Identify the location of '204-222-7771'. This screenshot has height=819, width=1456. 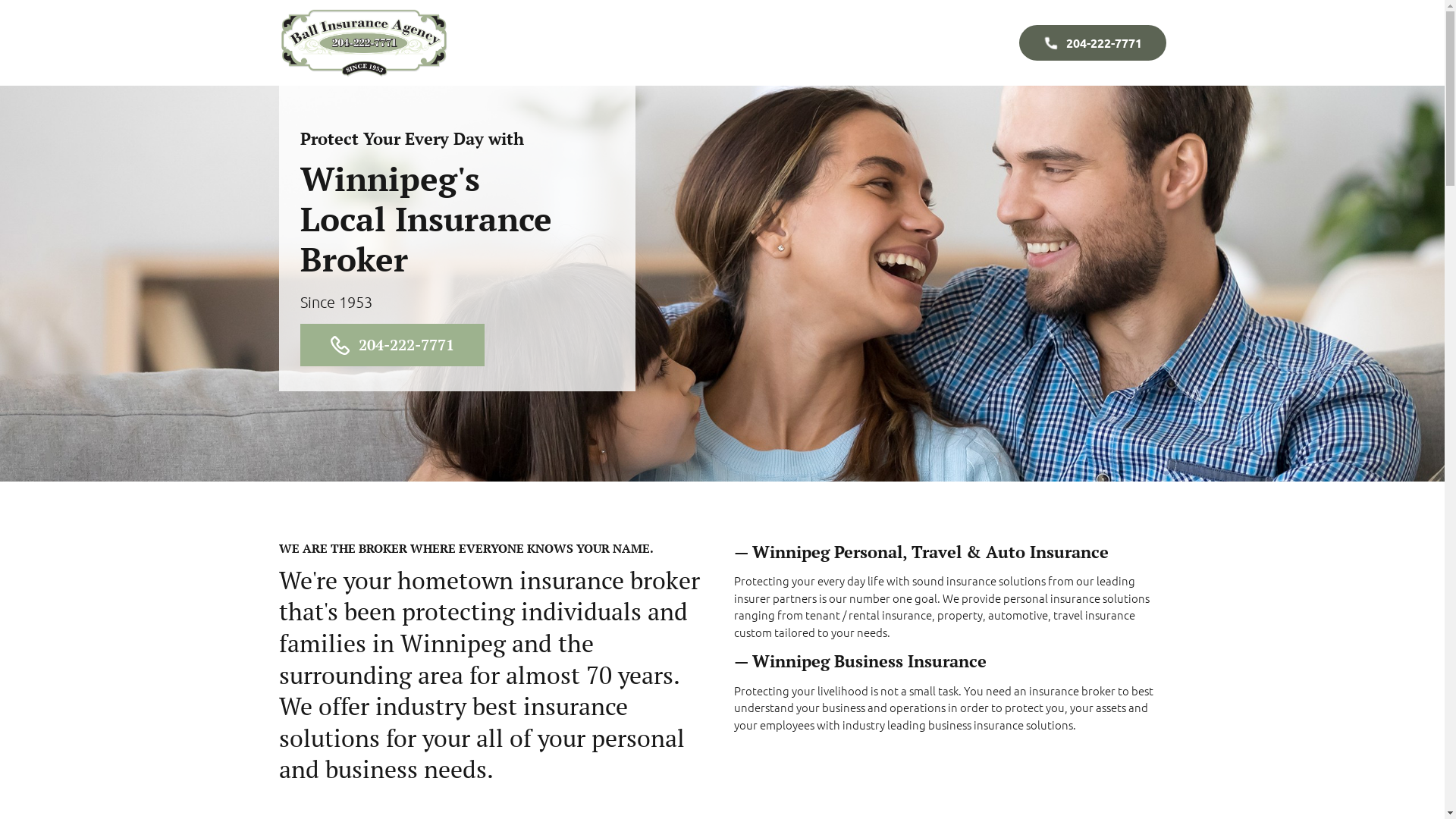
(1092, 42).